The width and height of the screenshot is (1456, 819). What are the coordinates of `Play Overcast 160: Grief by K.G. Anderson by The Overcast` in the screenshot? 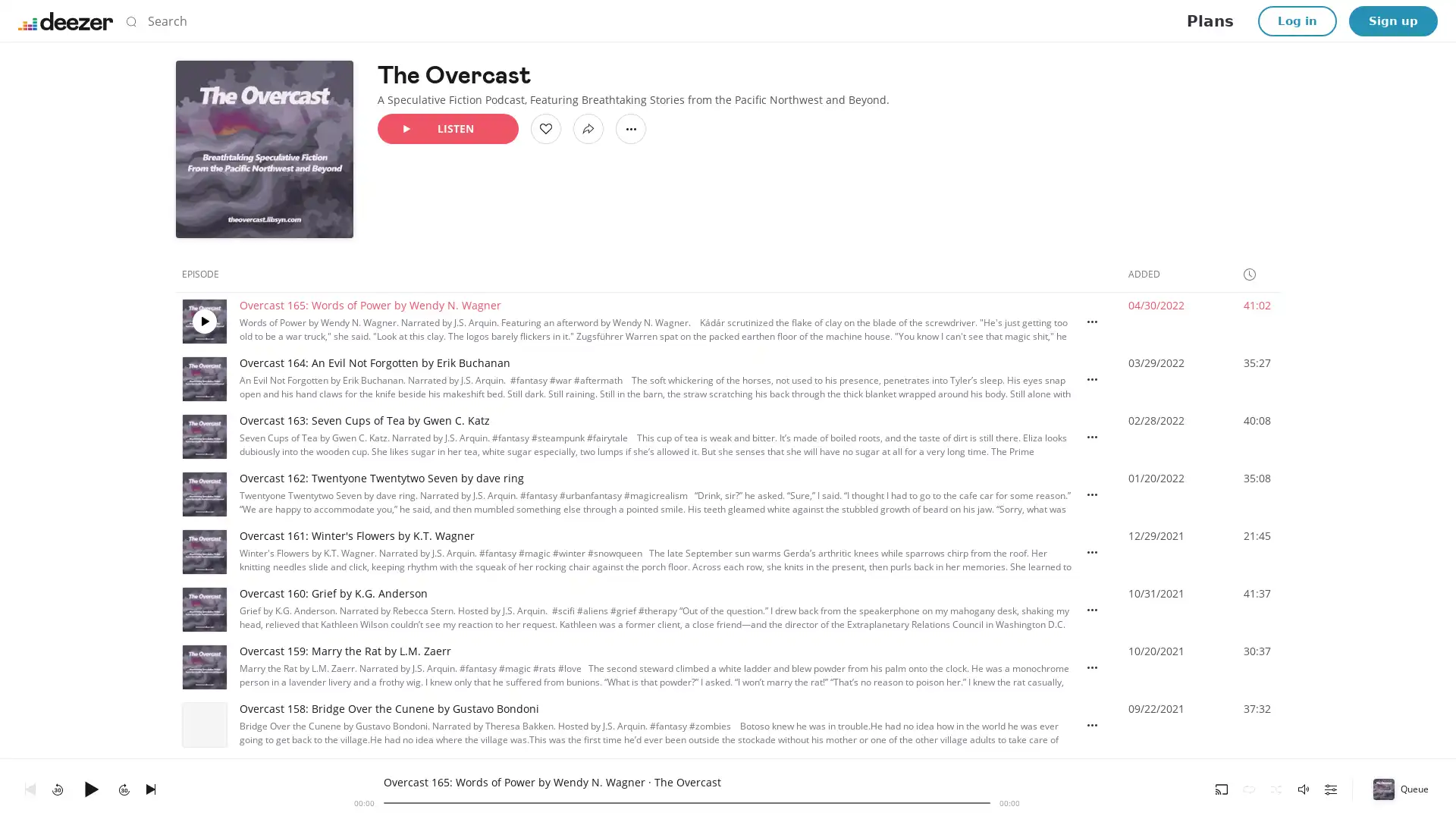 It's located at (203, 608).